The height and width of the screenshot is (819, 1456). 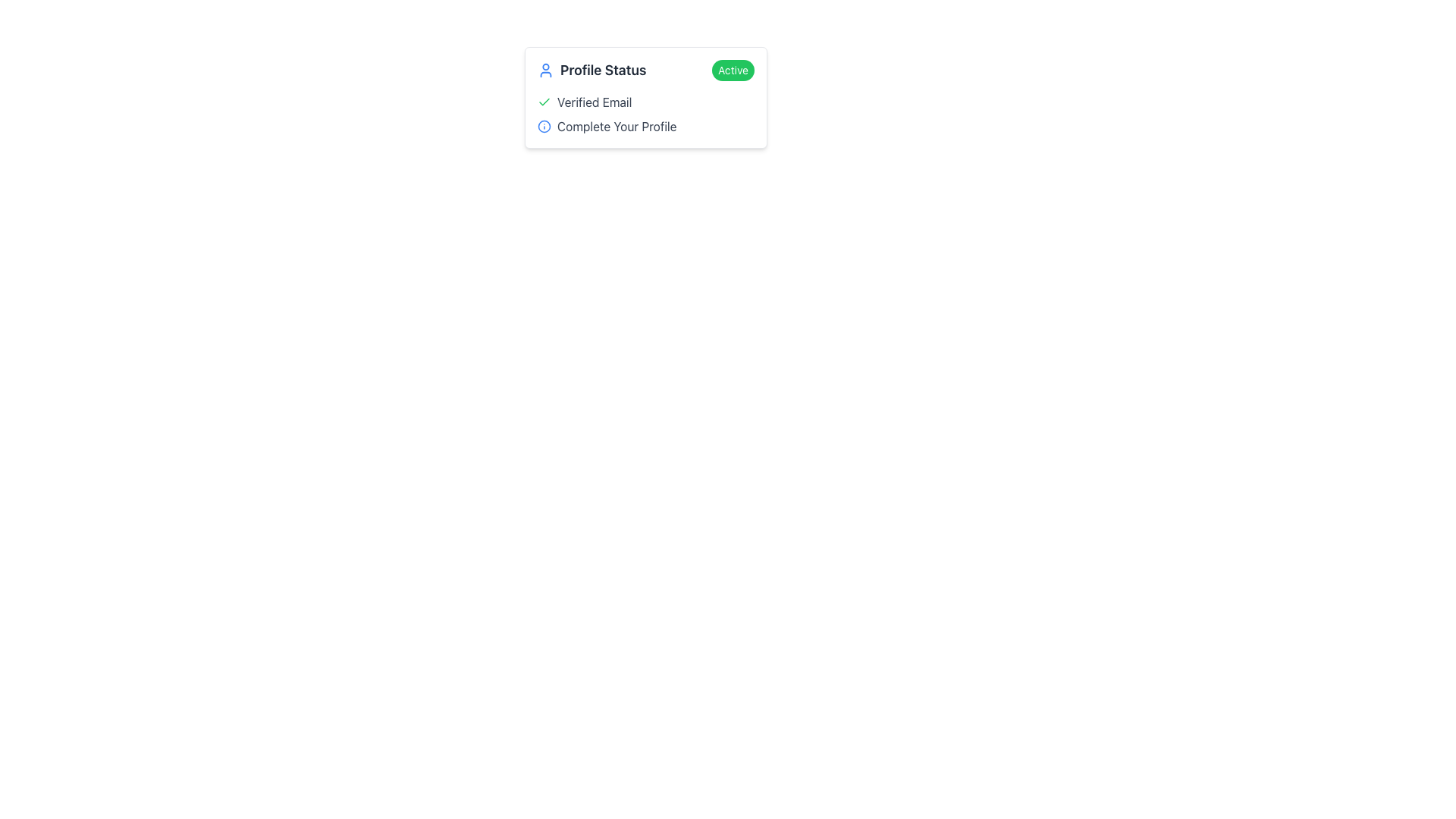 I want to click on the informational text label indicating the status of email verification, which is located to the right of a green checkmark icon, so click(x=594, y=102).